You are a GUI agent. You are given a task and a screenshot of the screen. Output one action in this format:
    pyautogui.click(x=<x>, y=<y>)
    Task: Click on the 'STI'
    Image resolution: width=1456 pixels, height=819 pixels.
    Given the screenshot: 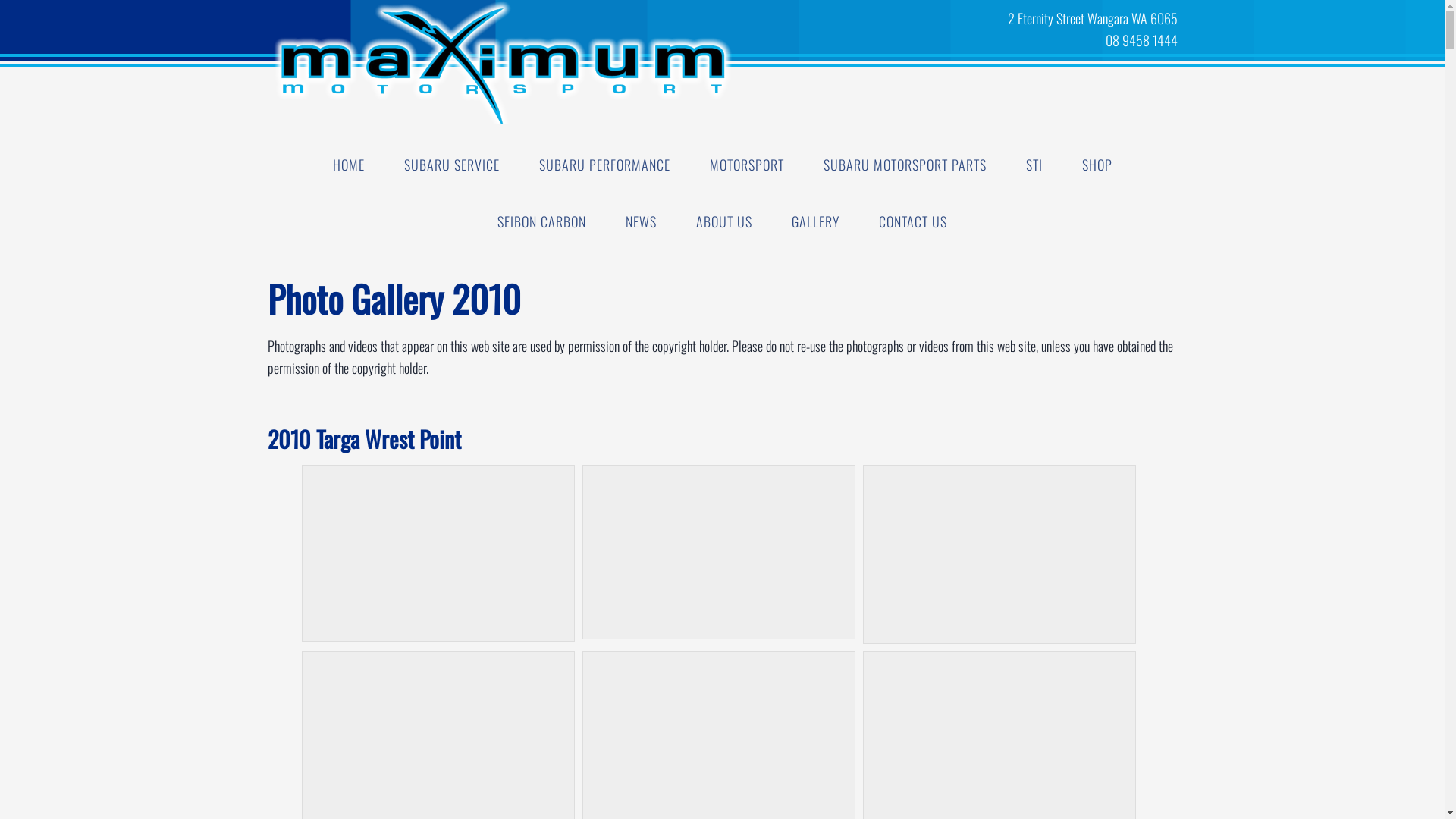 What is the action you would take?
    pyautogui.click(x=1033, y=165)
    